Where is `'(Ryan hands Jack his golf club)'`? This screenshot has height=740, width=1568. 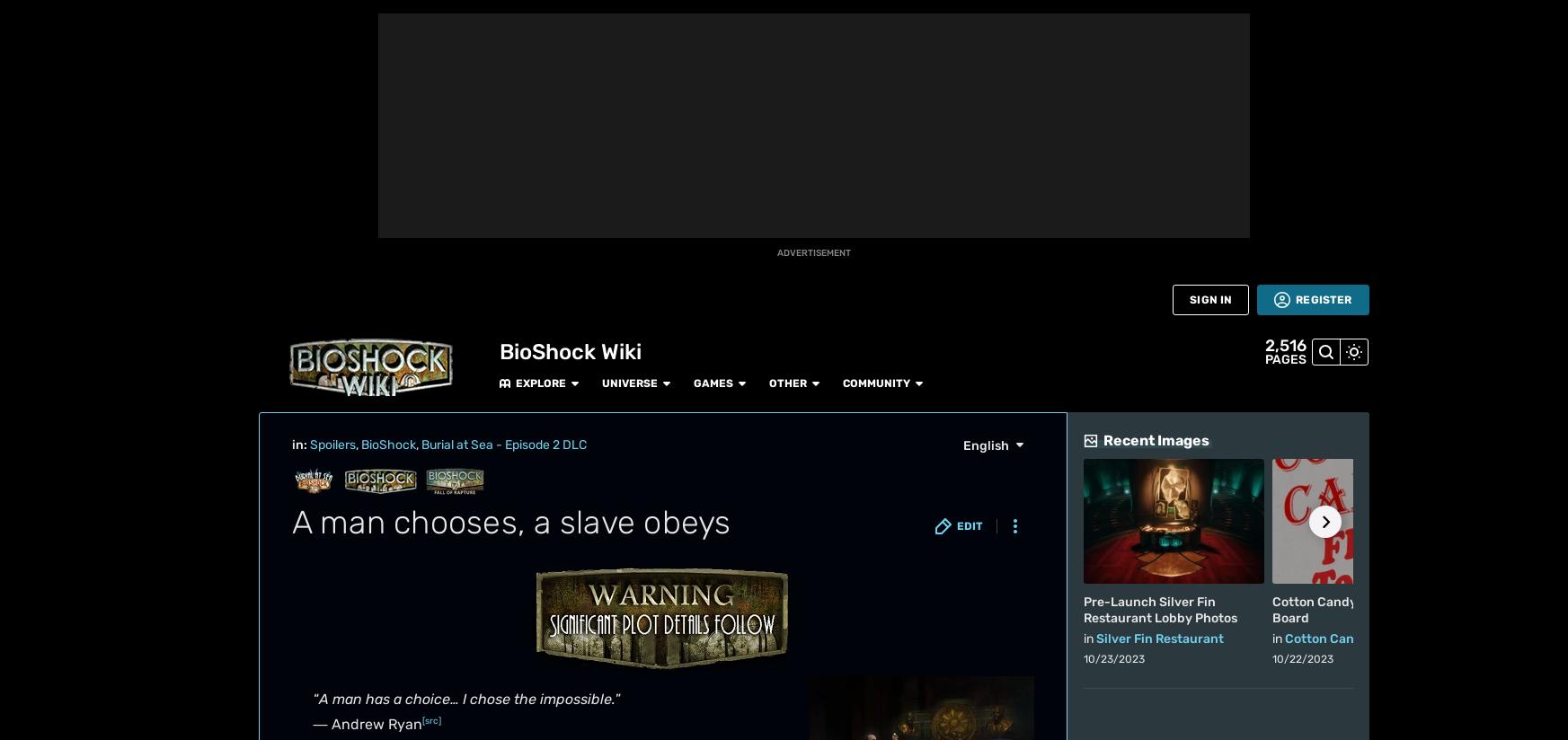
'(Ryan hands Jack his golf club)' is located at coordinates (750, 41).